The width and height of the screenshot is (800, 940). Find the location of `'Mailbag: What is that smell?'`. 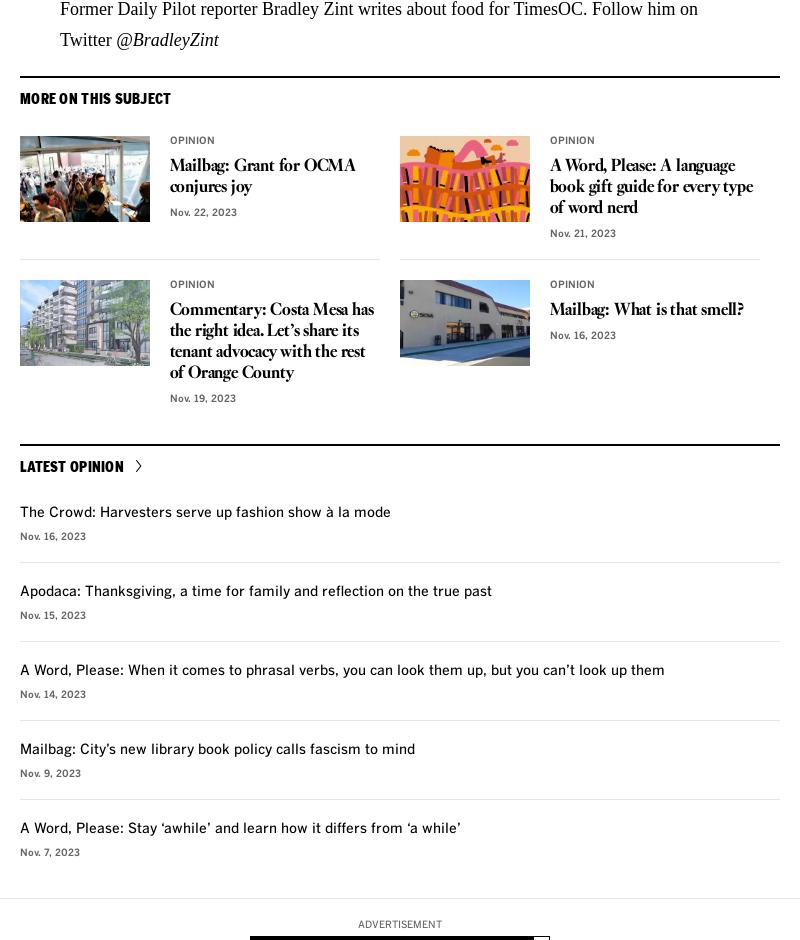

'Mailbag: What is that smell?' is located at coordinates (645, 308).